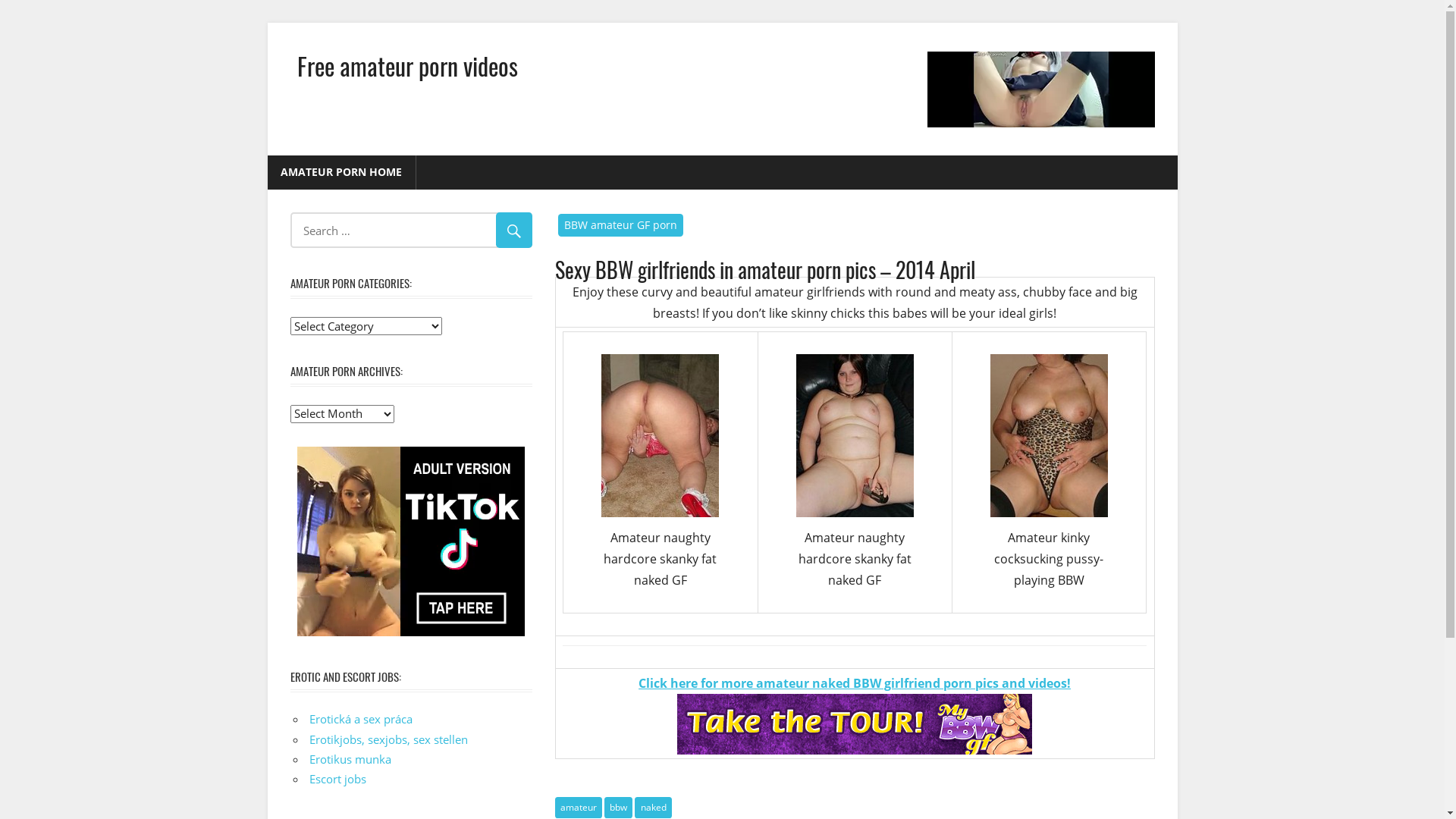  What do you see at coordinates (340, 171) in the screenshot?
I see `'AMATEUR PORN HOME'` at bounding box center [340, 171].